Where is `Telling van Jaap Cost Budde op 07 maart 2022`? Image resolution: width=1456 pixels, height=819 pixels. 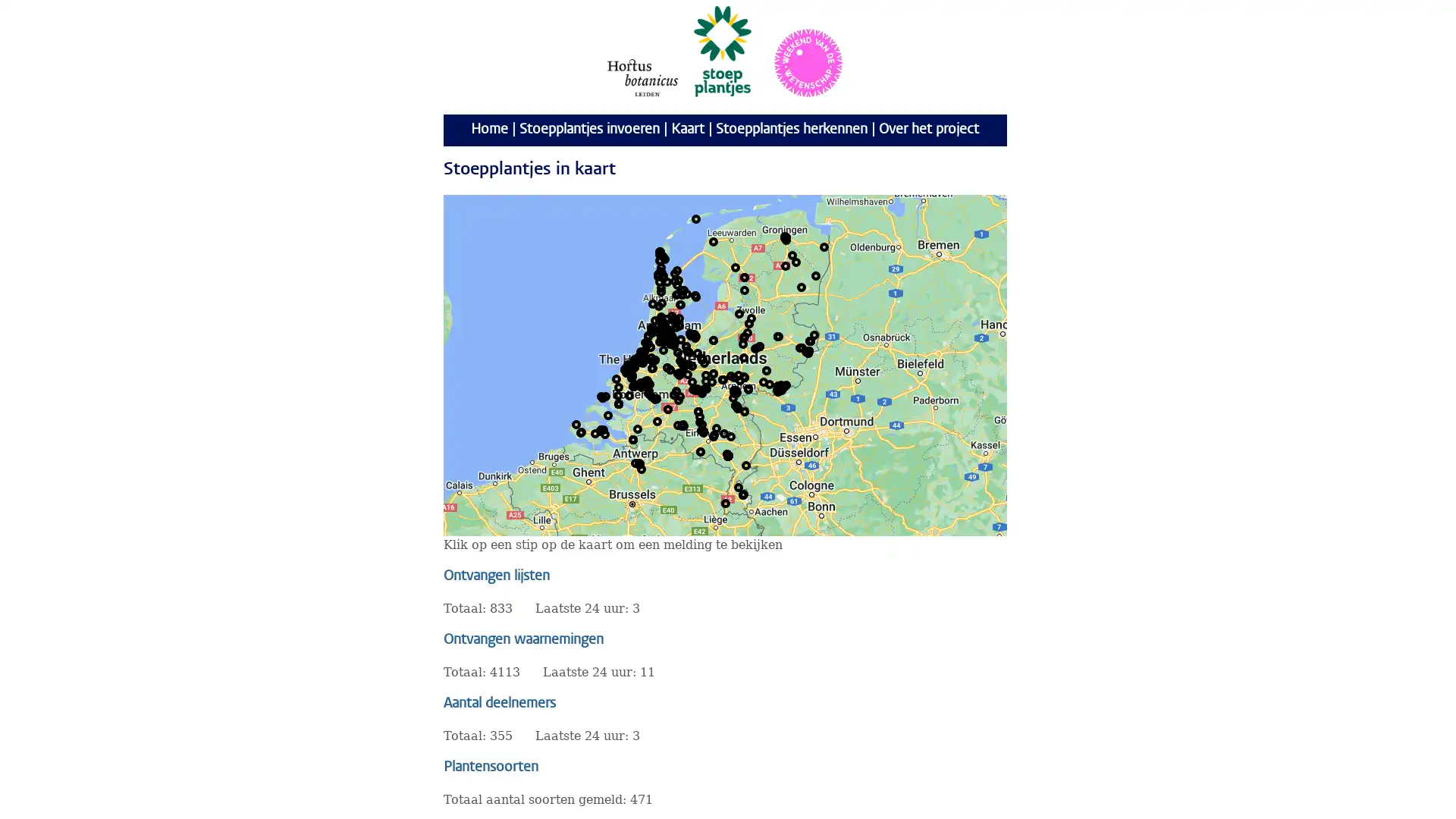 Telling van Jaap Cost Budde op 07 maart 2022 is located at coordinates (686, 345).